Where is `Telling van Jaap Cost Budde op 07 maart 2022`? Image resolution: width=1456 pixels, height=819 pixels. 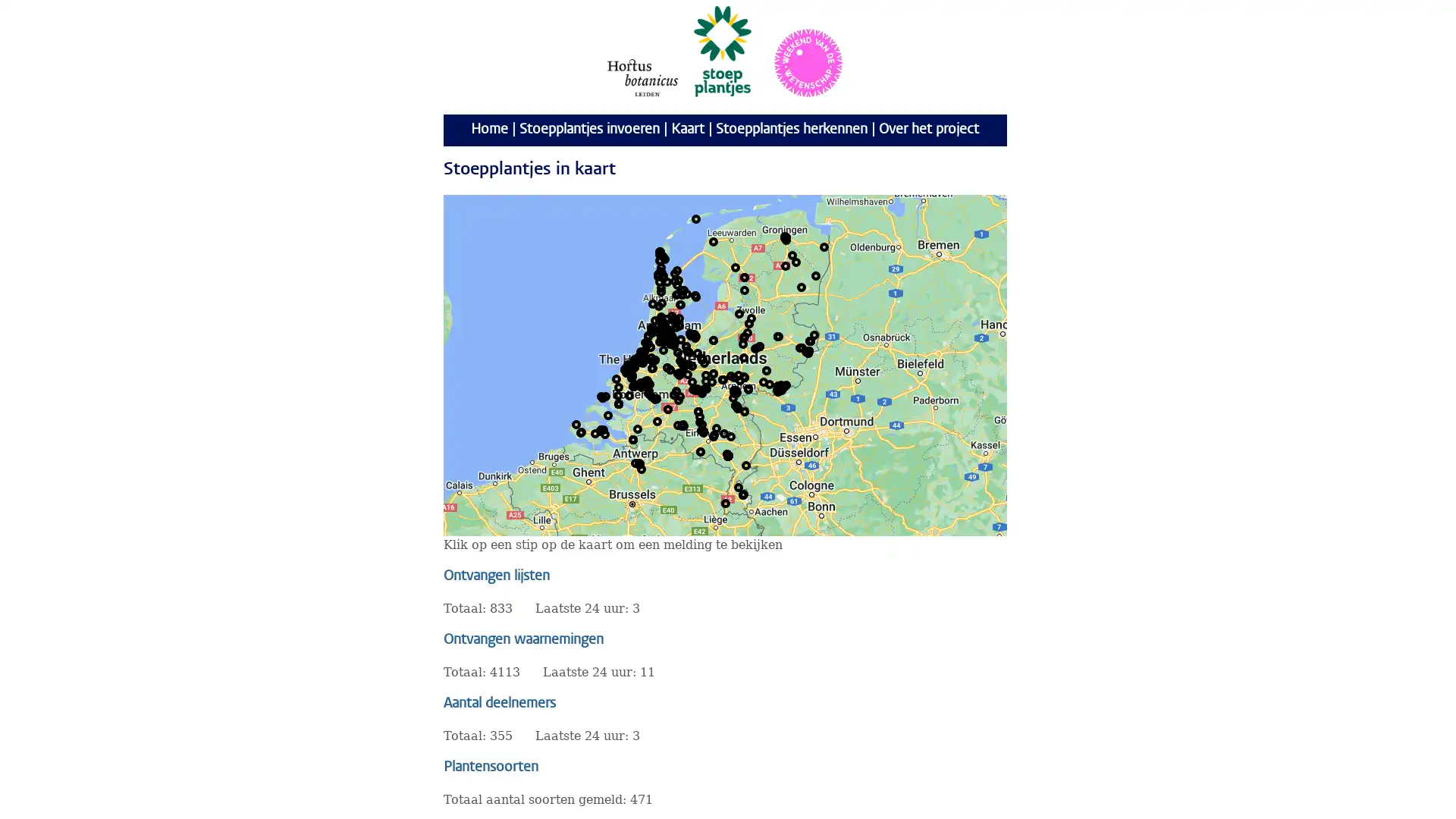 Telling van Jaap Cost Budde op 07 maart 2022 is located at coordinates (686, 345).